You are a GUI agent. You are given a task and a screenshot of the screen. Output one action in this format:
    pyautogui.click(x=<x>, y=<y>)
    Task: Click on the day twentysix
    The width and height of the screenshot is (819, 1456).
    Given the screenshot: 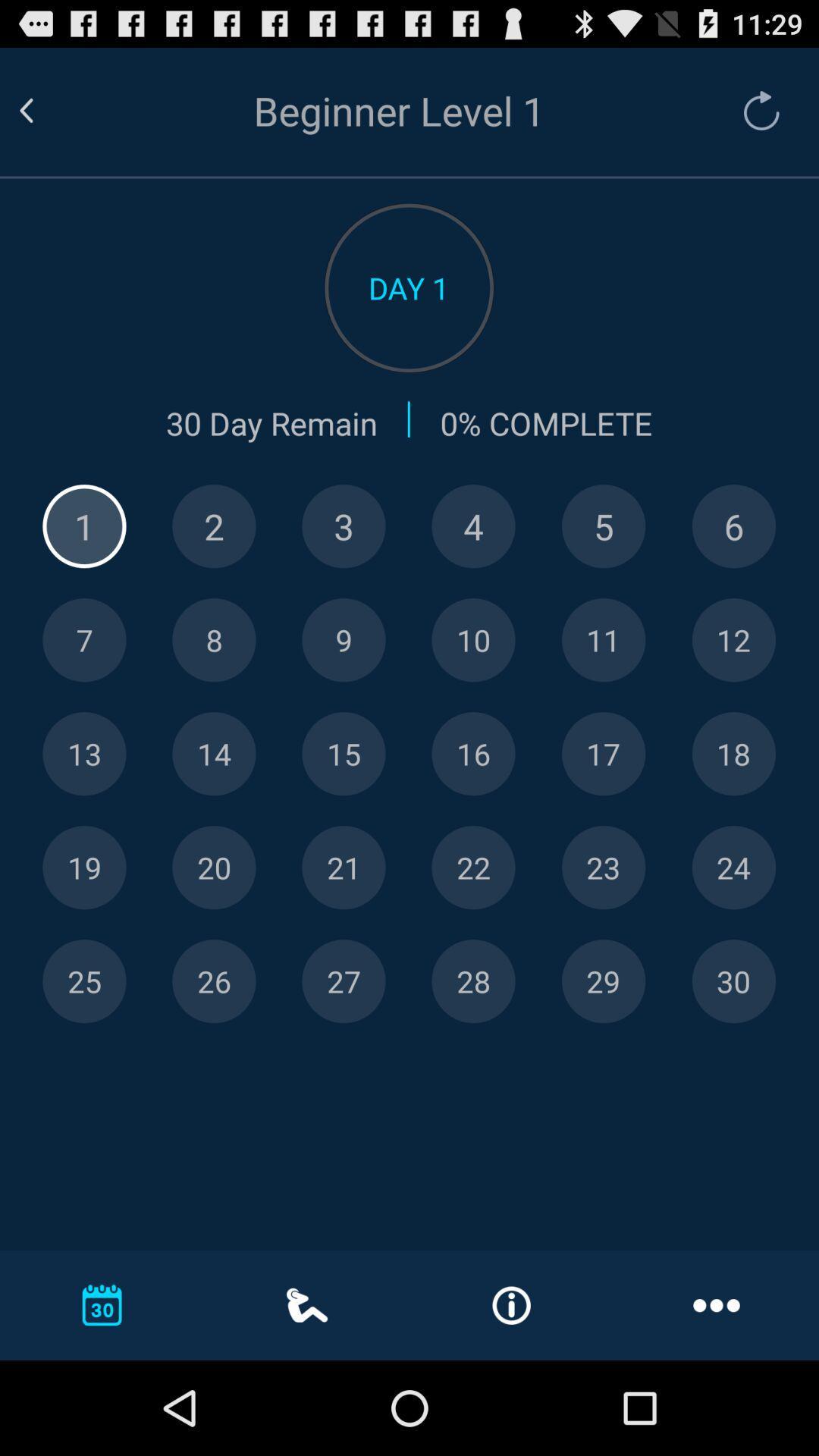 What is the action you would take?
    pyautogui.click(x=214, y=981)
    